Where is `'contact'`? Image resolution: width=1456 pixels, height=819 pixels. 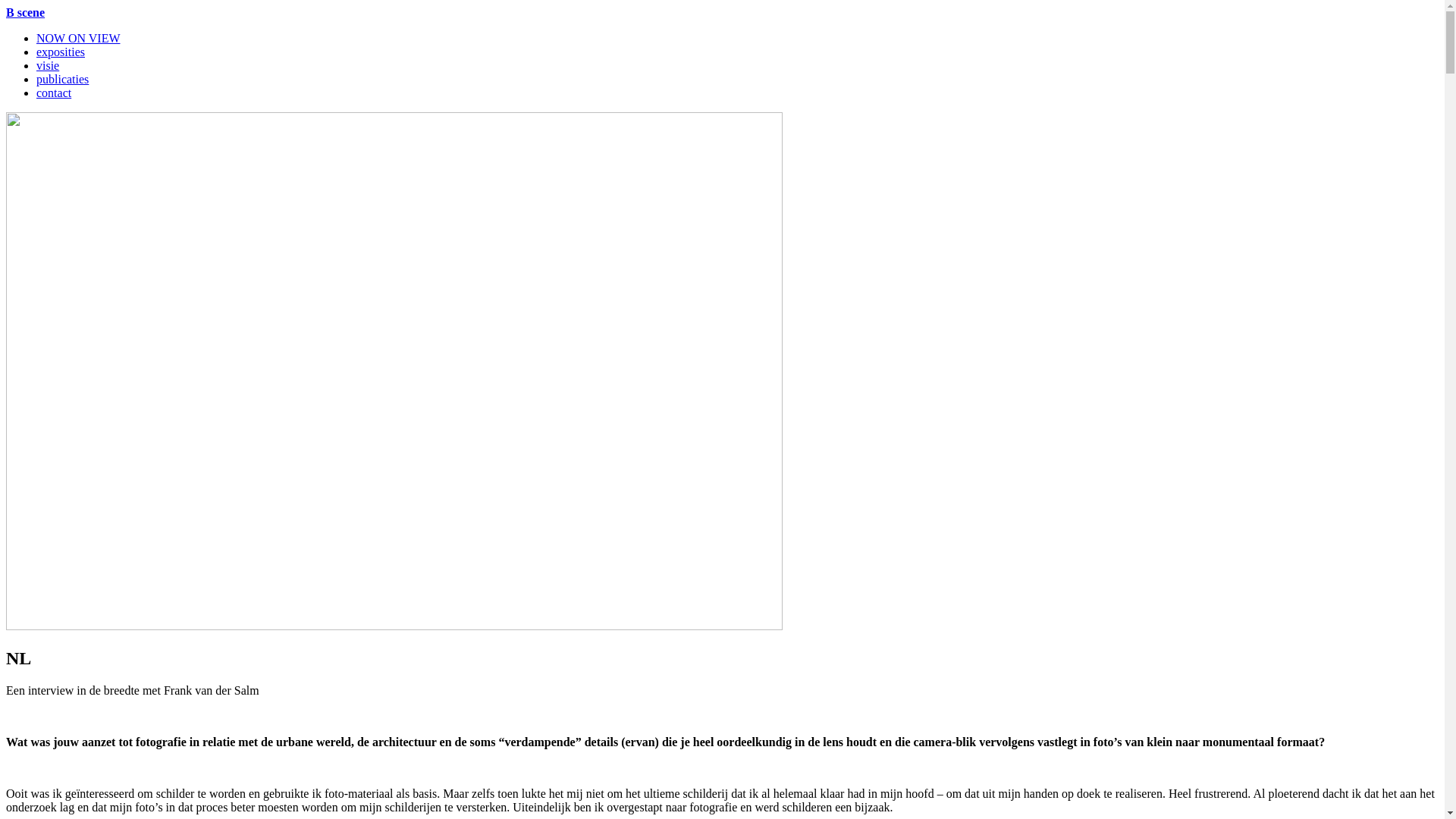 'contact' is located at coordinates (54, 93).